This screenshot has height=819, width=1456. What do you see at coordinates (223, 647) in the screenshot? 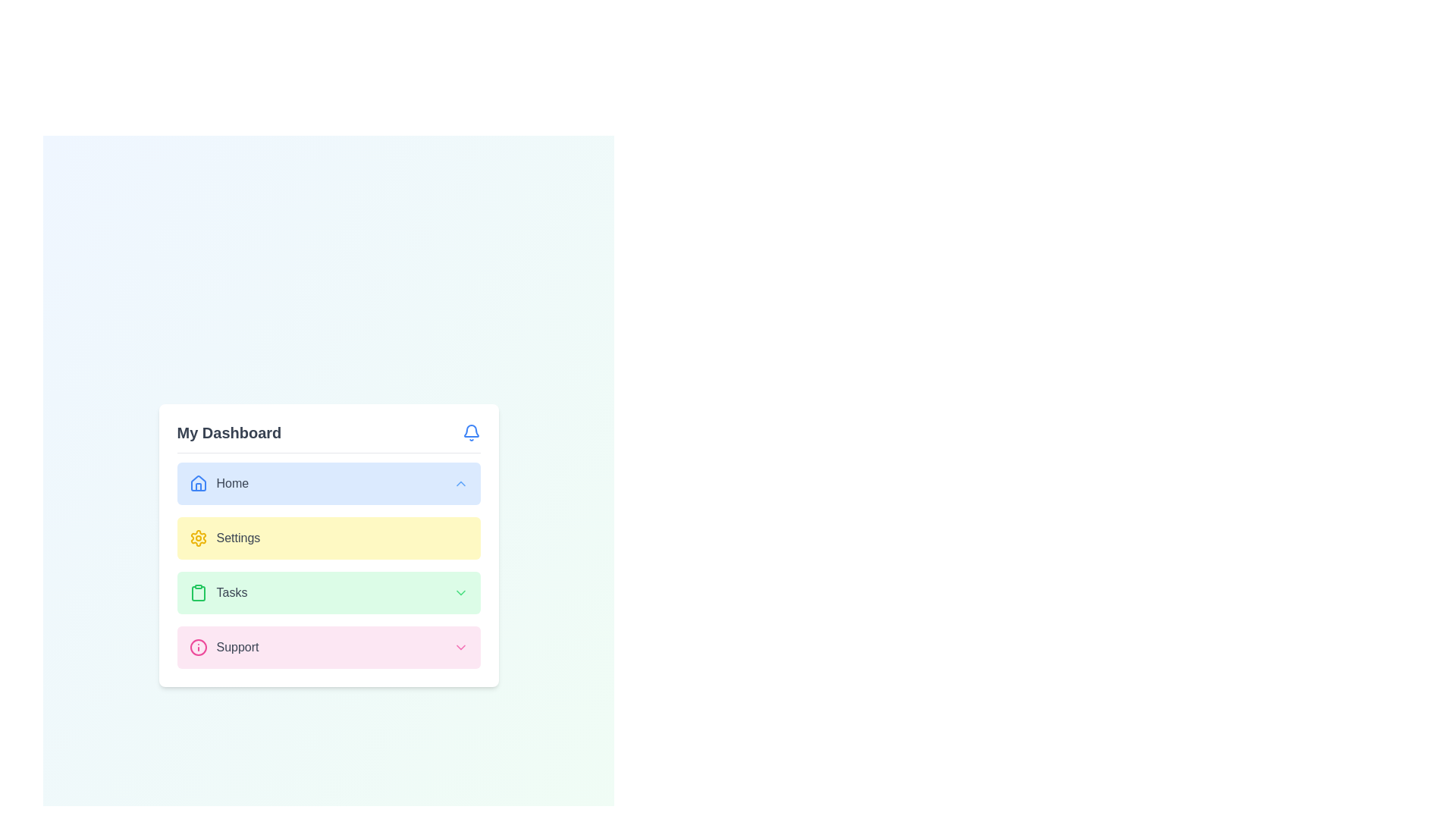
I see `text content of the 'Support' label located within the fourth item of the vertically stacked list under 'My Dashboard'` at bounding box center [223, 647].